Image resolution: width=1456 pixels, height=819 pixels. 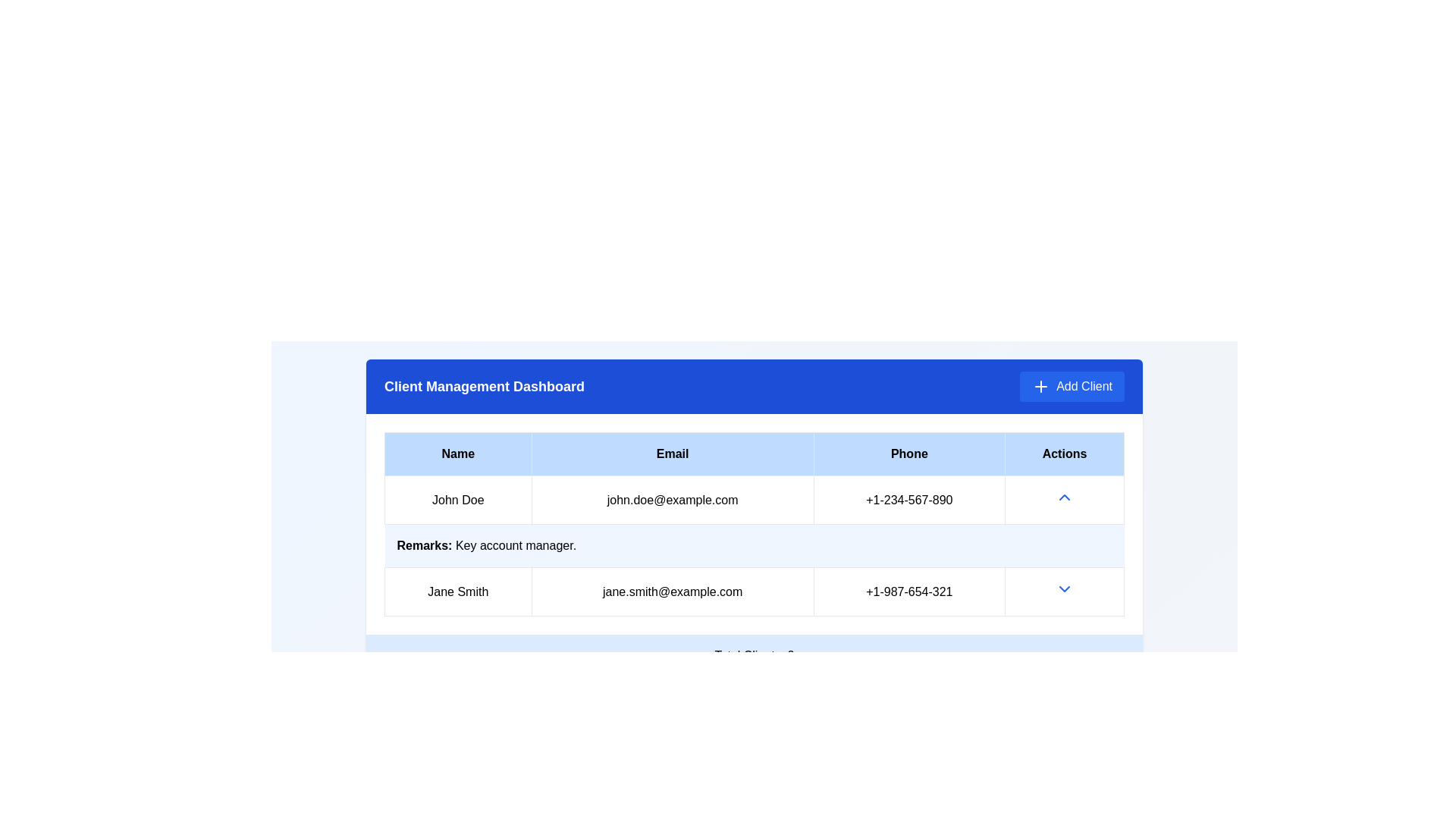 I want to click on the text label displaying 'John Doe' in the client management table, located in the 'Name' column, so click(x=457, y=500).